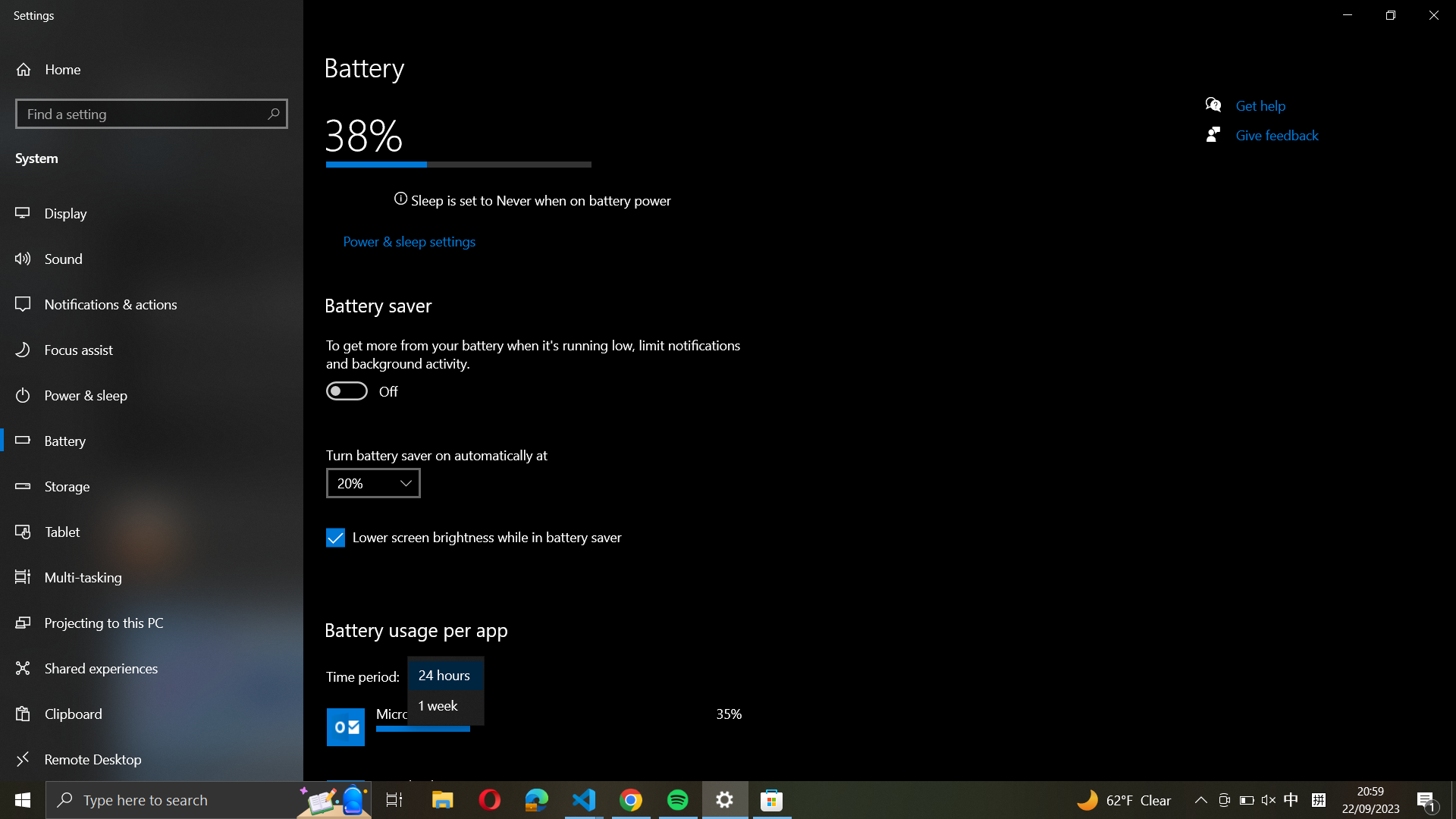 The width and height of the screenshot is (1456, 819). Describe the element at coordinates (73, 69) in the screenshot. I see `the Home button from the left menu` at that location.